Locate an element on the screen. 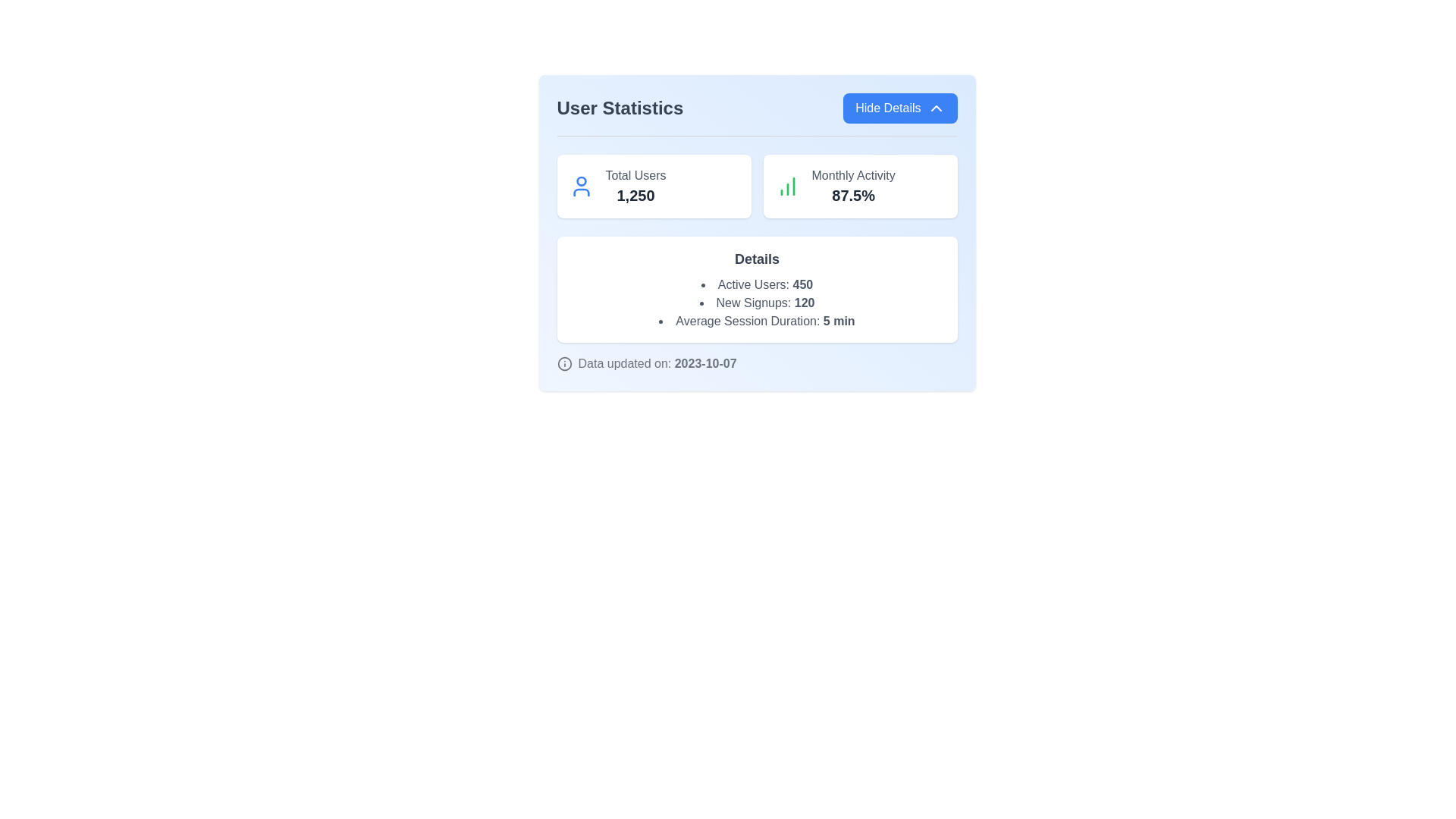 The width and height of the screenshot is (1456, 819). the 'Hide Details' button located at the top right of the 'User Statistics' section is located at coordinates (900, 107).